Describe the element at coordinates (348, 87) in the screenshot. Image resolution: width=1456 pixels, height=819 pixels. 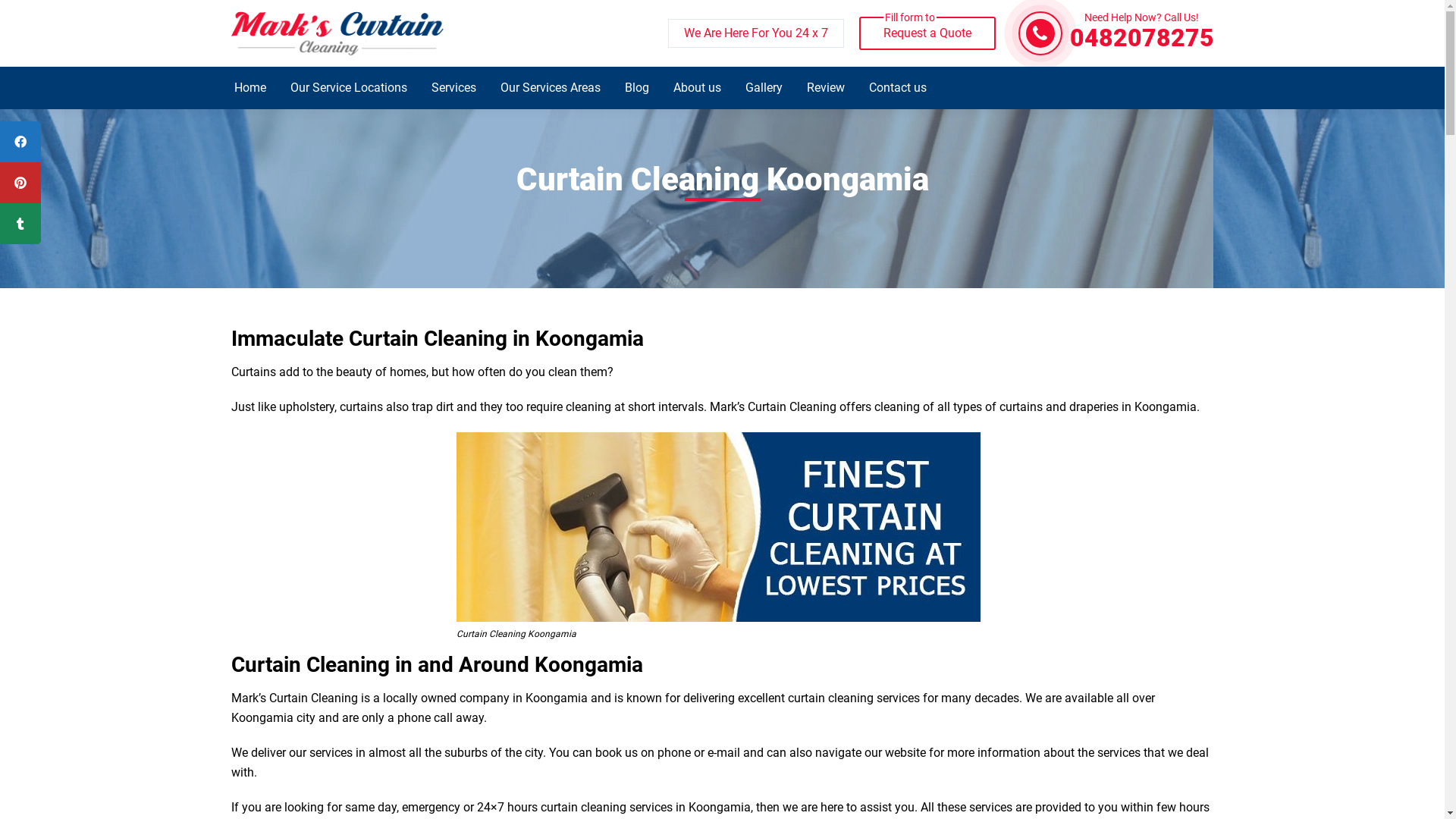
I see `'Our Service Locations'` at that location.